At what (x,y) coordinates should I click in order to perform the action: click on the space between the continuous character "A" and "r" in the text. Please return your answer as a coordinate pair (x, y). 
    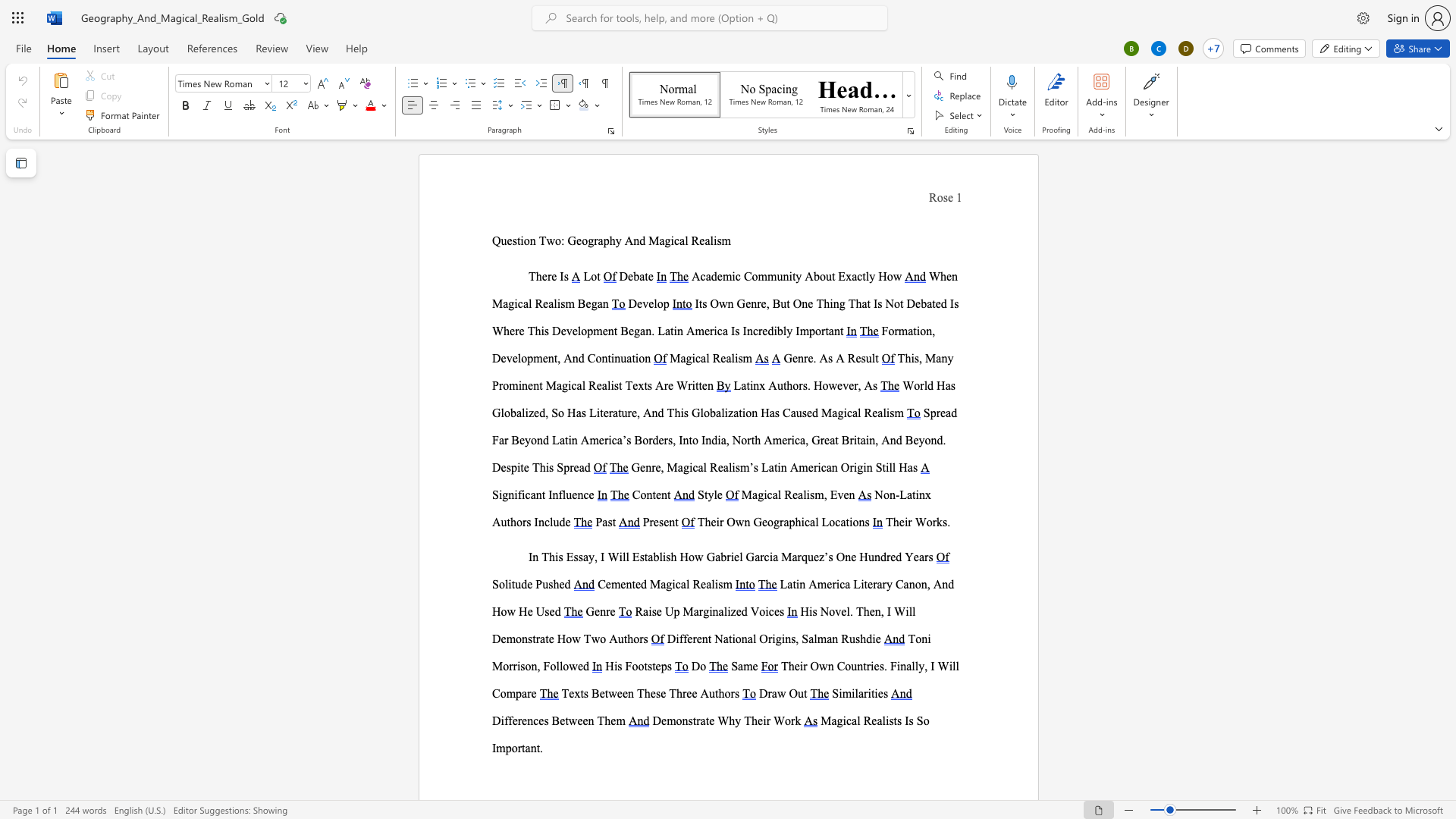
    Looking at the image, I should click on (662, 384).